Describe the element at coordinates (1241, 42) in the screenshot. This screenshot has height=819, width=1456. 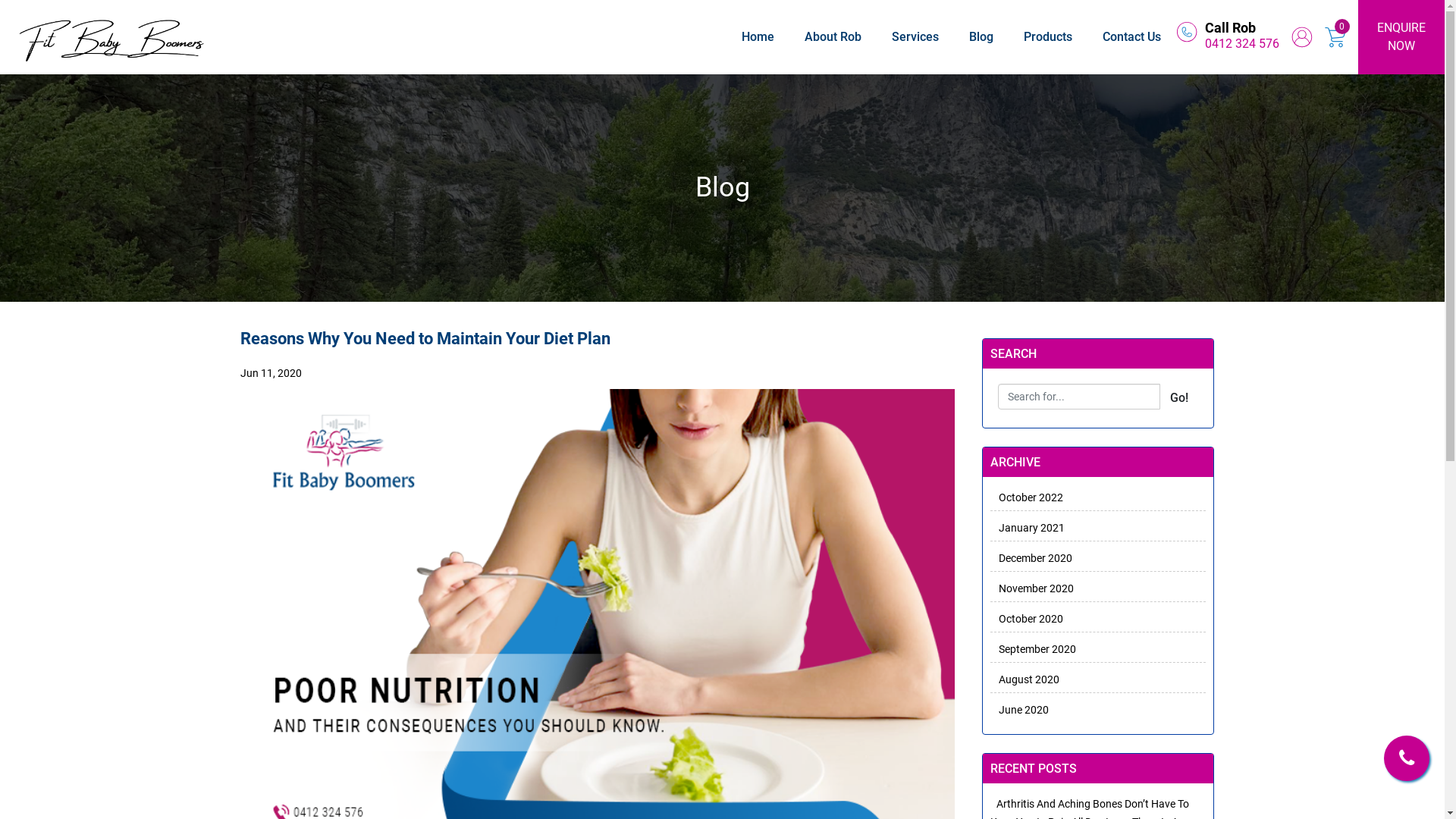
I see `'0412 324 576'` at that location.